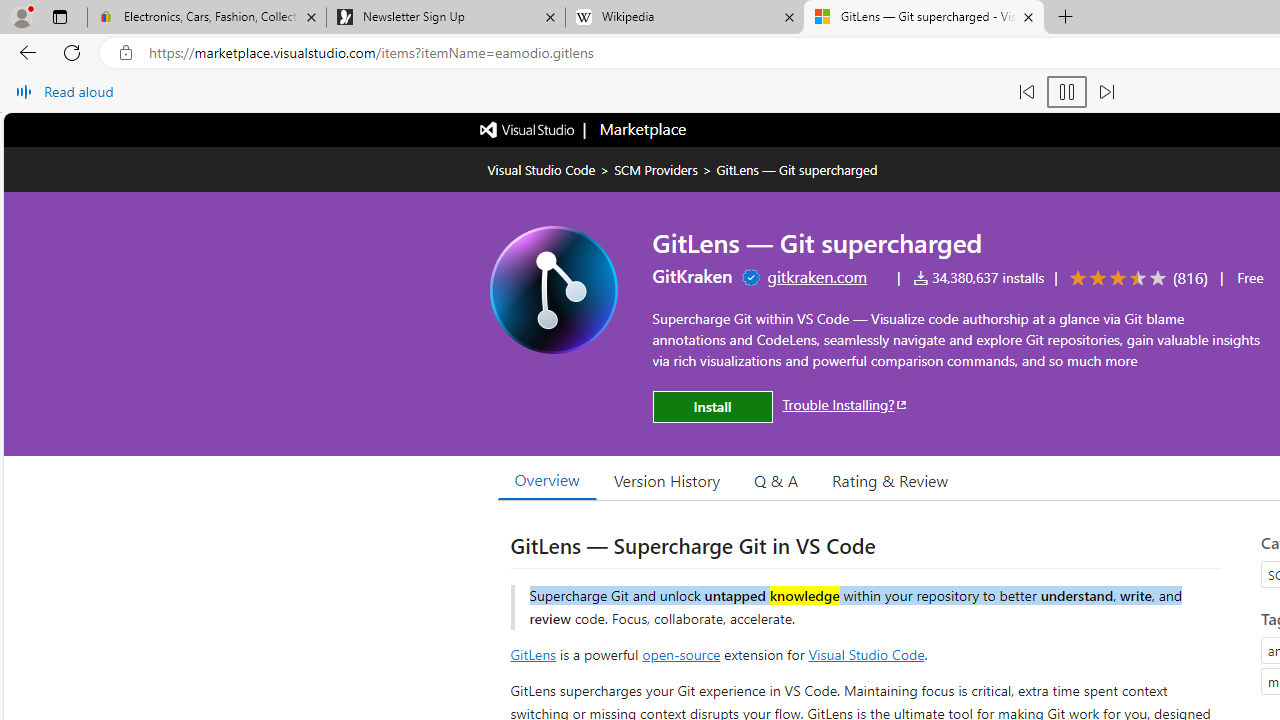 Image resolution: width=1280 pixels, height=720 pixels. I want to click on 'SCM Providers', so click(656, 168).